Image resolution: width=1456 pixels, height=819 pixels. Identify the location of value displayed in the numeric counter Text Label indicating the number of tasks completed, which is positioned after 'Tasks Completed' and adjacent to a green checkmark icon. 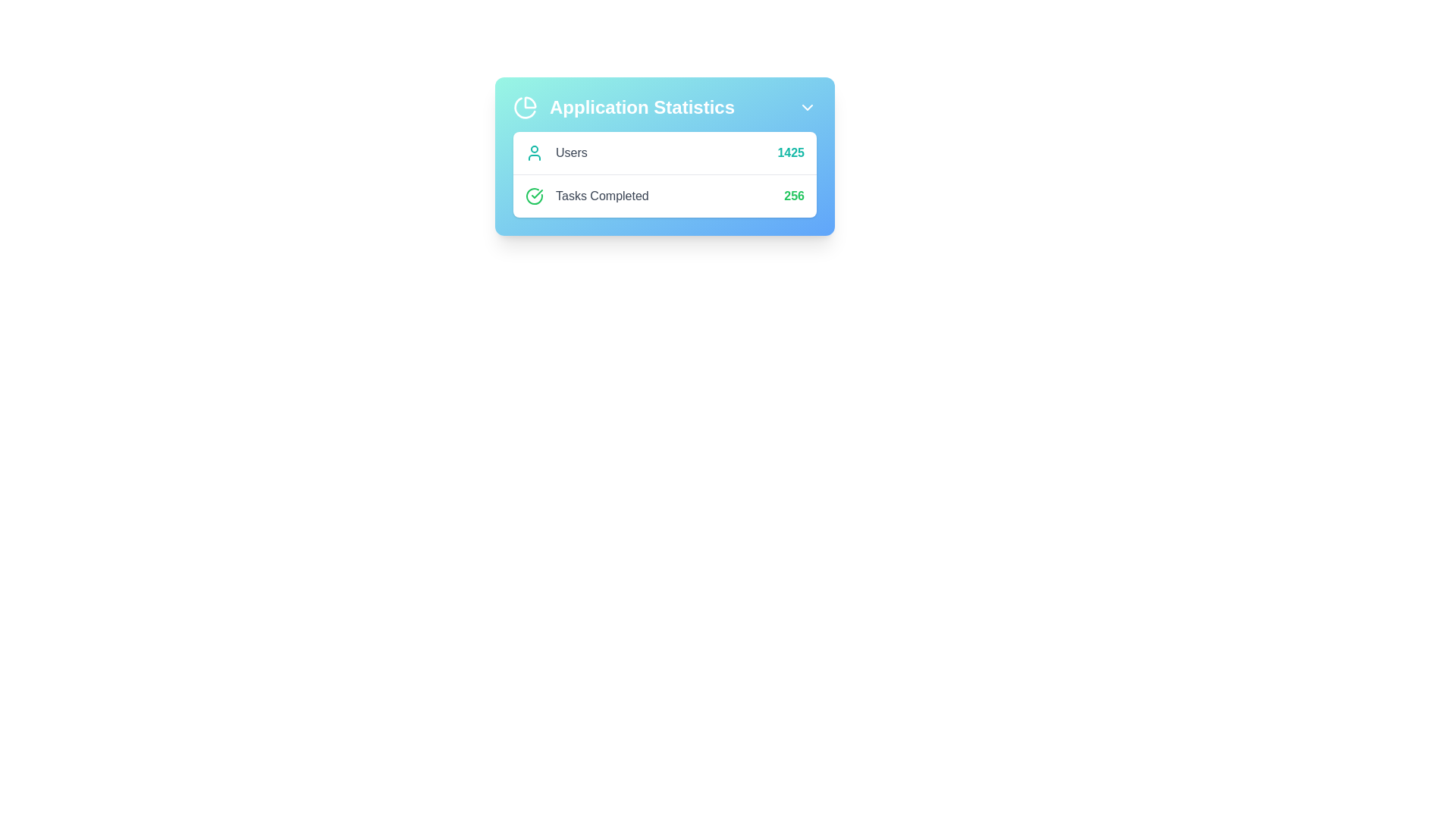
(793, 195).